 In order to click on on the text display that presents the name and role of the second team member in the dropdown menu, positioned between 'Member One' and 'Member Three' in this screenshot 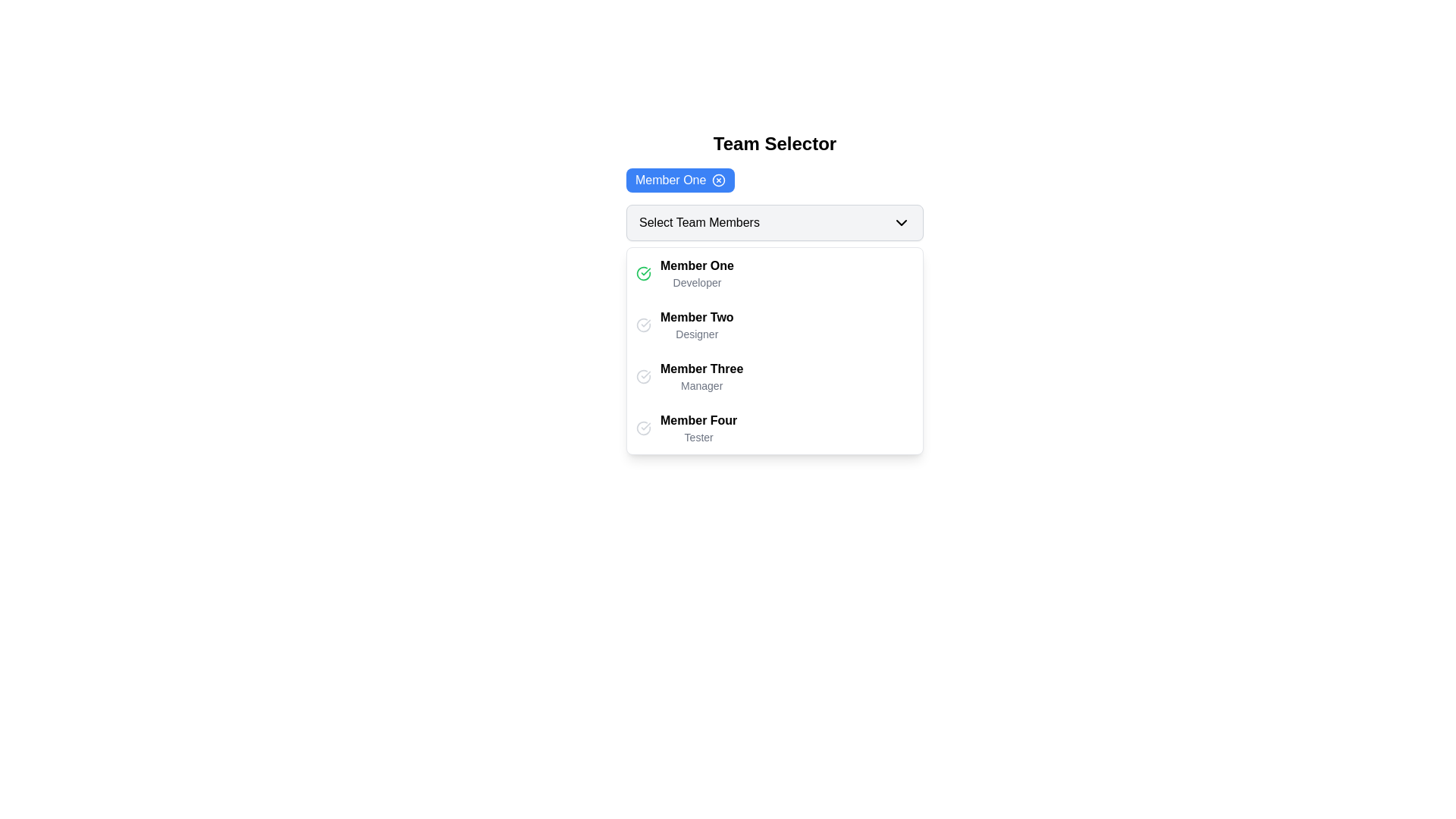, I will do `click(696, 324)`.